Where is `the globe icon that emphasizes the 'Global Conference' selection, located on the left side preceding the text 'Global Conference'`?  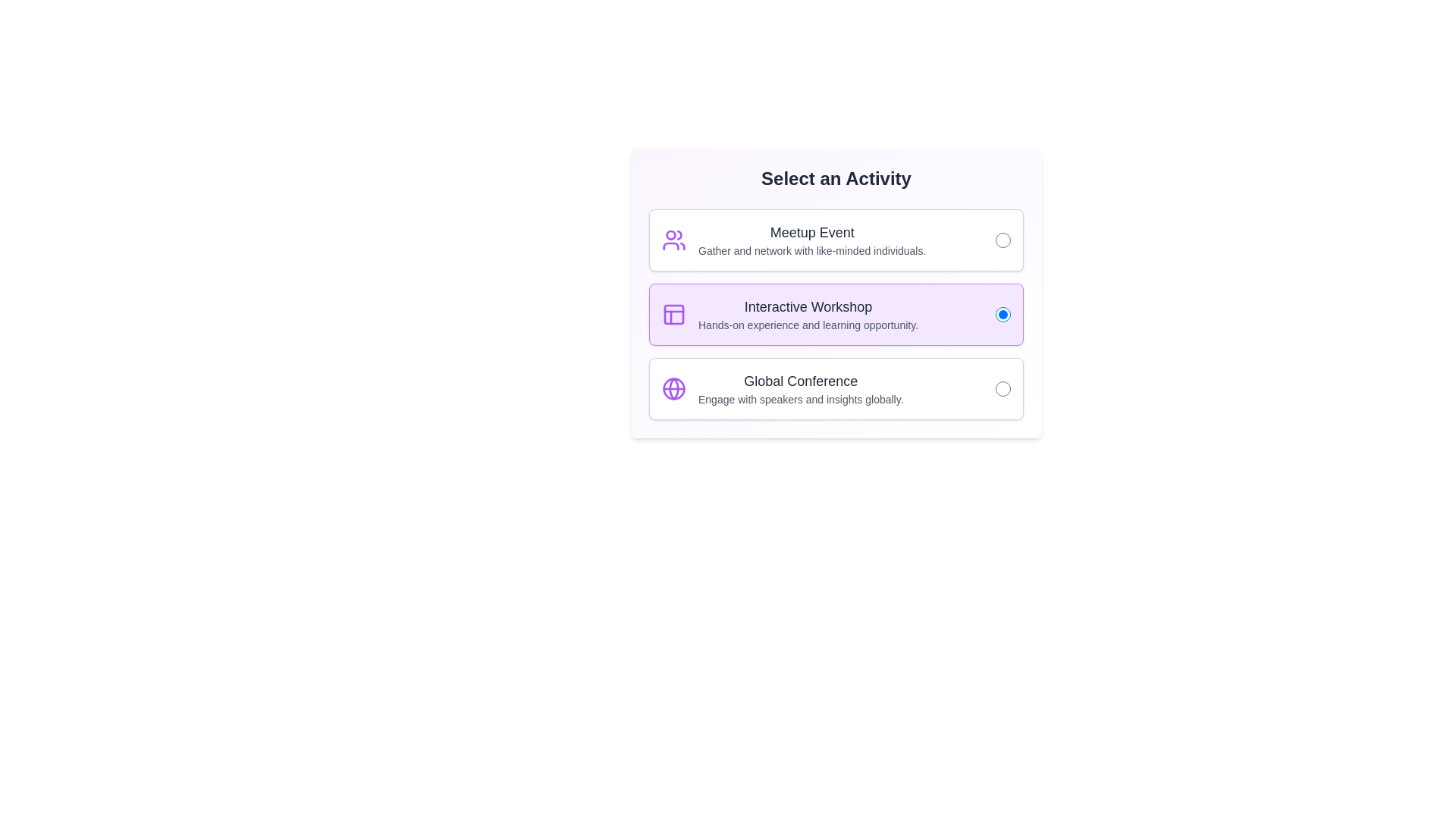 the globe icon that emphasizes the 'Global Conference' selection, located on the left side preceding the text 'Global Conference' is located at coordinates (673, 388).